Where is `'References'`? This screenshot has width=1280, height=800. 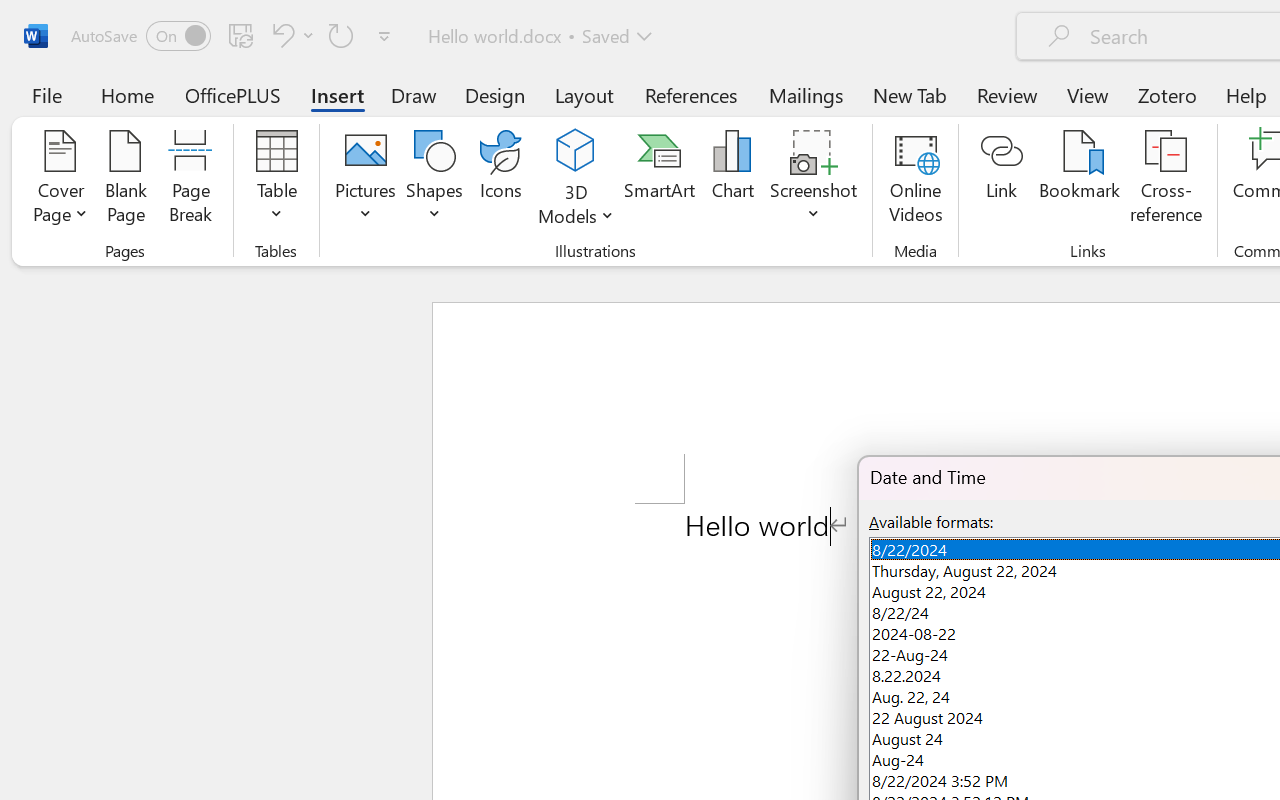
'References' is located at coordinates (691, 94).